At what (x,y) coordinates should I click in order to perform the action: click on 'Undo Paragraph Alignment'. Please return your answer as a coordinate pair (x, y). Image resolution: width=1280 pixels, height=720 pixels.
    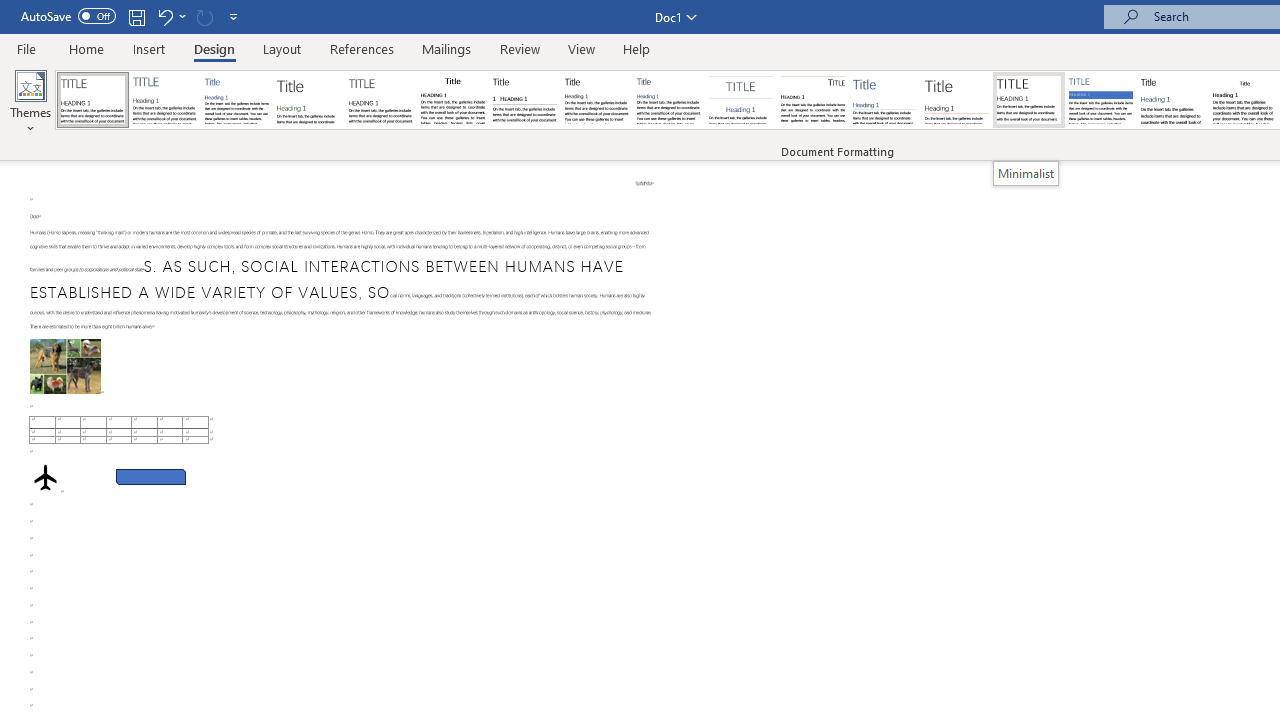
    Looking at the image, I should click on (170, 16).